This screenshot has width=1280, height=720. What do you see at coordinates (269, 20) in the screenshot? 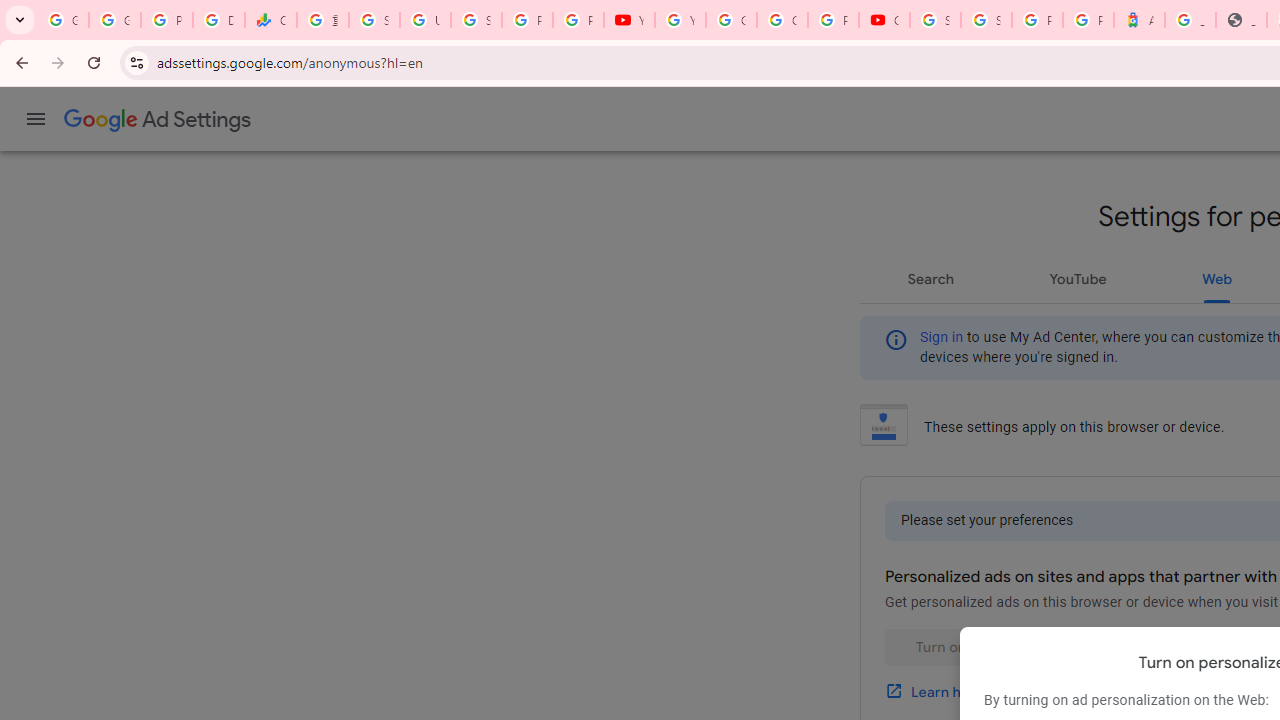
I see `'Currencies - Google Finance'` at bounding box center [269, 20].